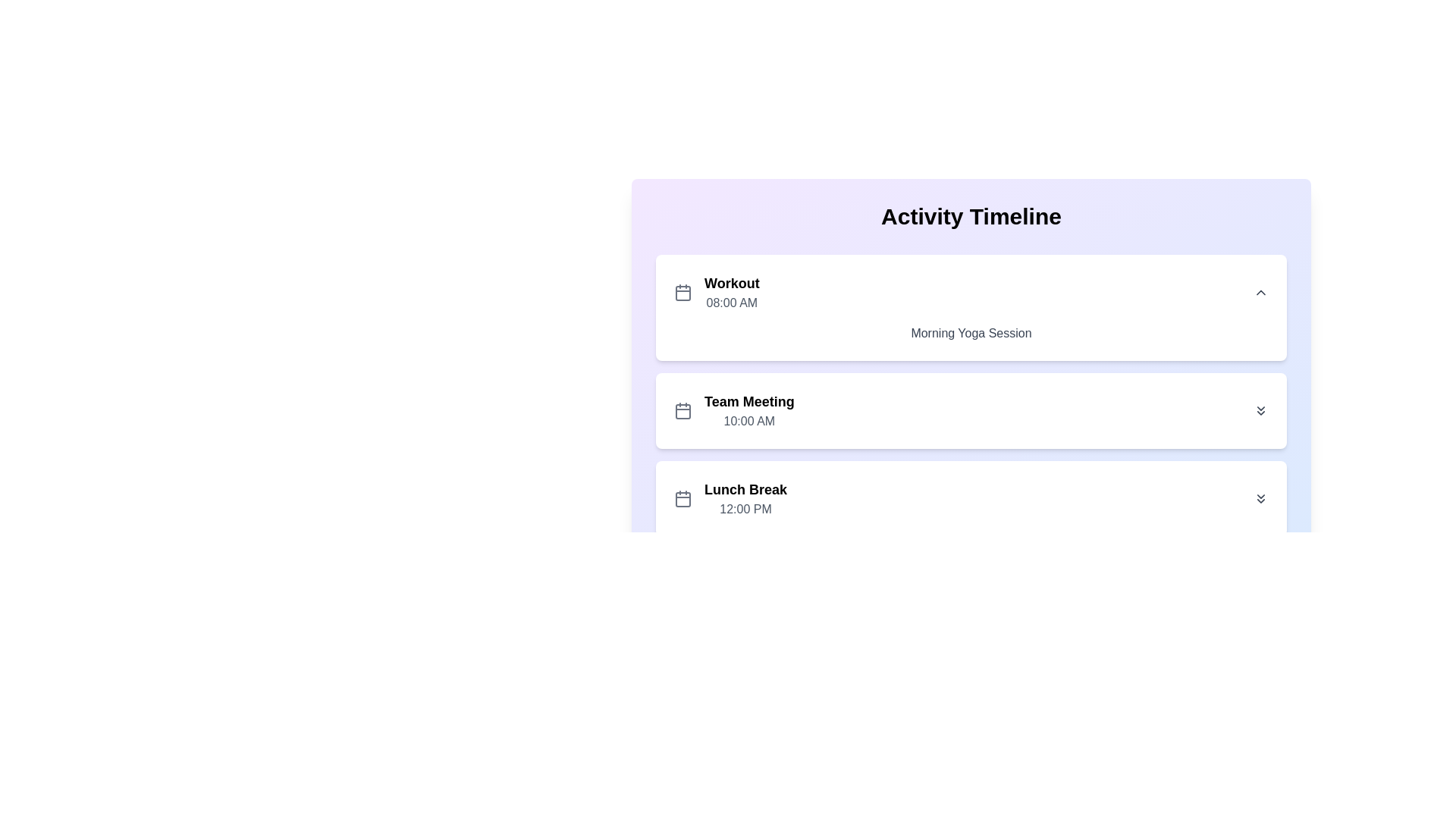  Describe the element at coordinates (682, 411) in the screenshot. I see `the calendar icon located at the top-left corner of the 'Team Meeting' timeline entry, which is styled in a minimalistic manner and is 24x24 pixels in size` at that location.